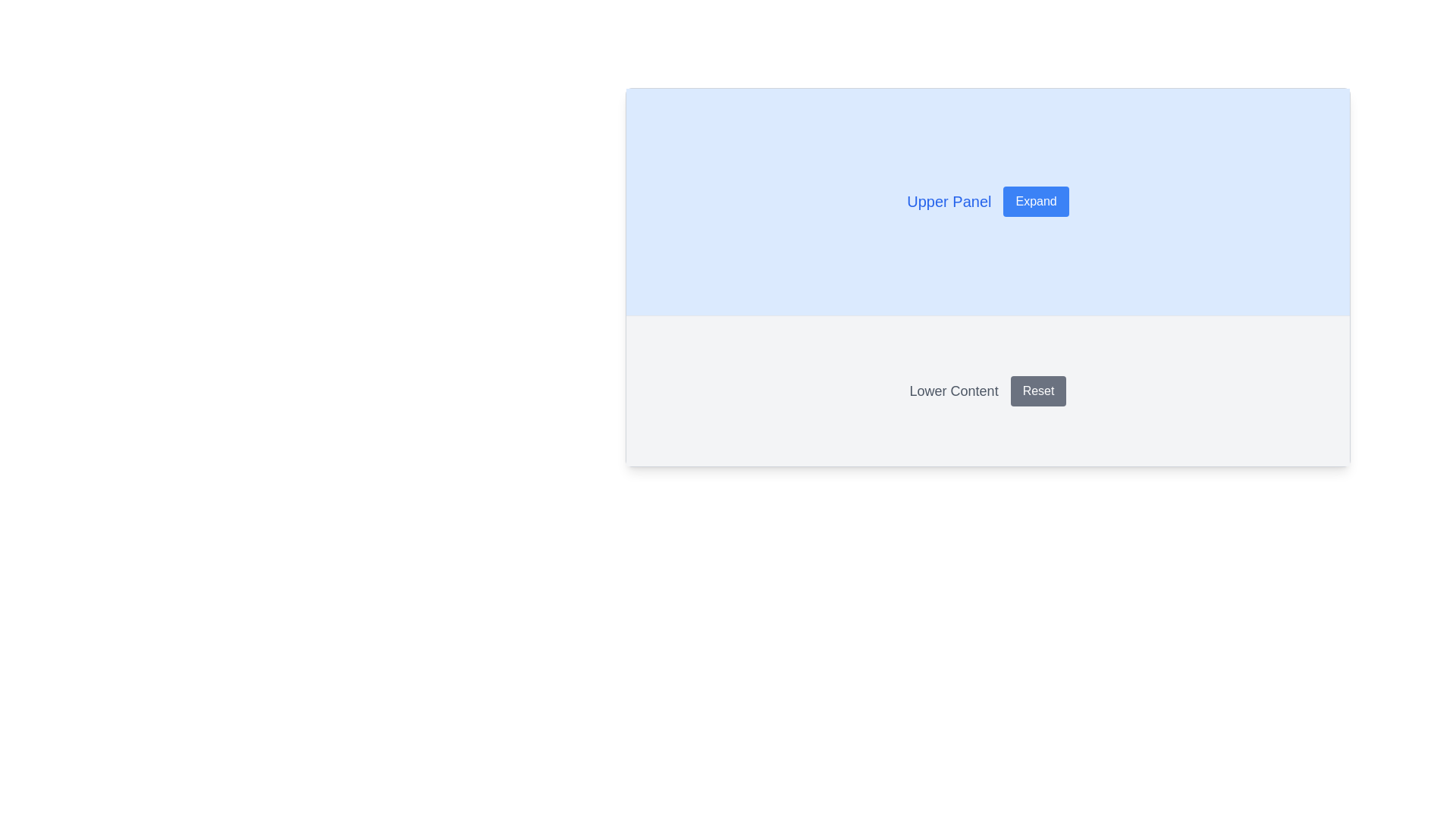 Image resolution: width=1456 pixels, height=819 pixels. What do you see at coordinates (953, 390) in the screenshot?
I see `text label 'Lower Content' which is styled with a larger font size and light gray color, located in the lower panel of the layout, to the left of the 'Reset' button` at bounding box center [953, 390].